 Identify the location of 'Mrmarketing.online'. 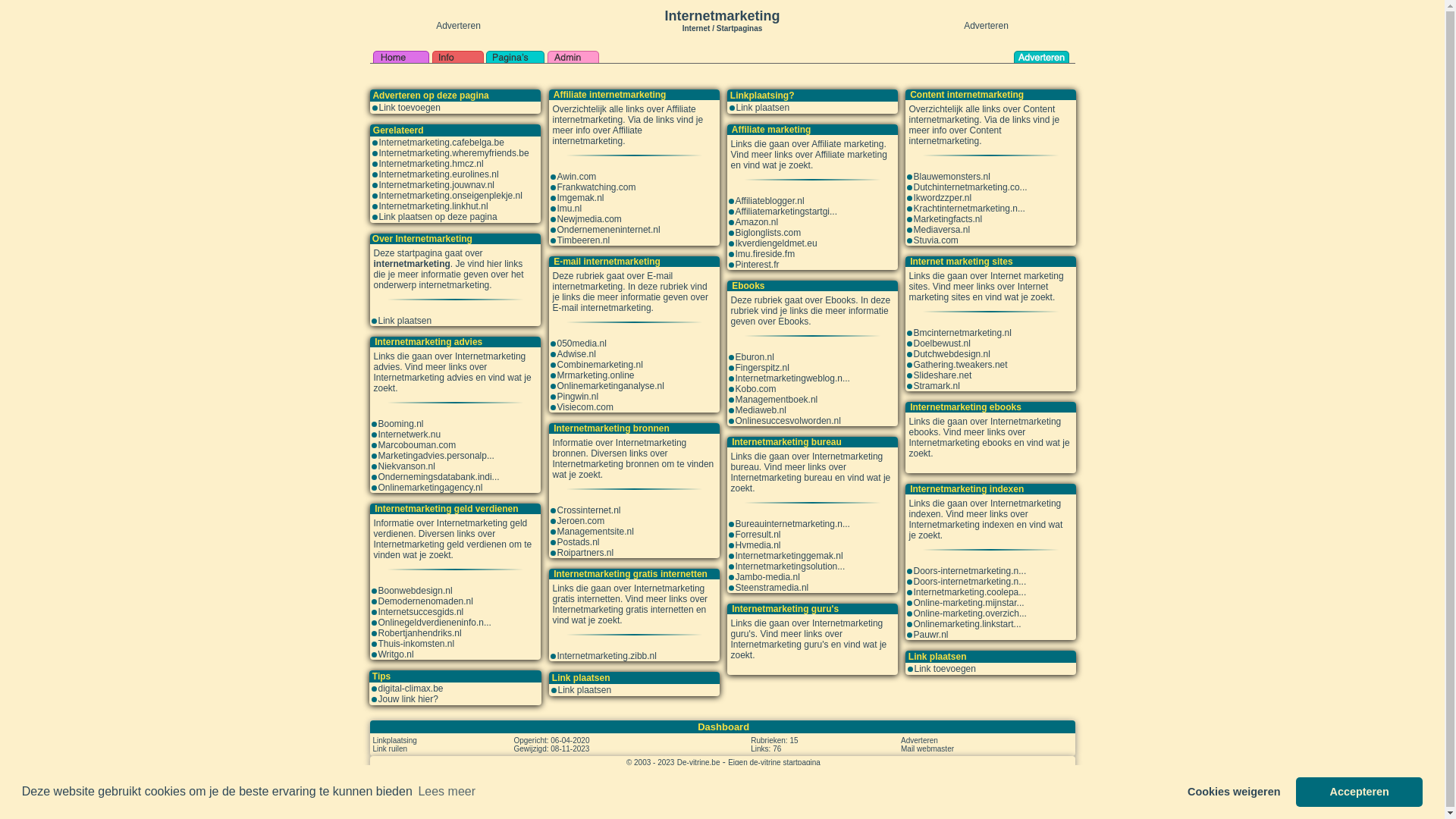
(595, 375).